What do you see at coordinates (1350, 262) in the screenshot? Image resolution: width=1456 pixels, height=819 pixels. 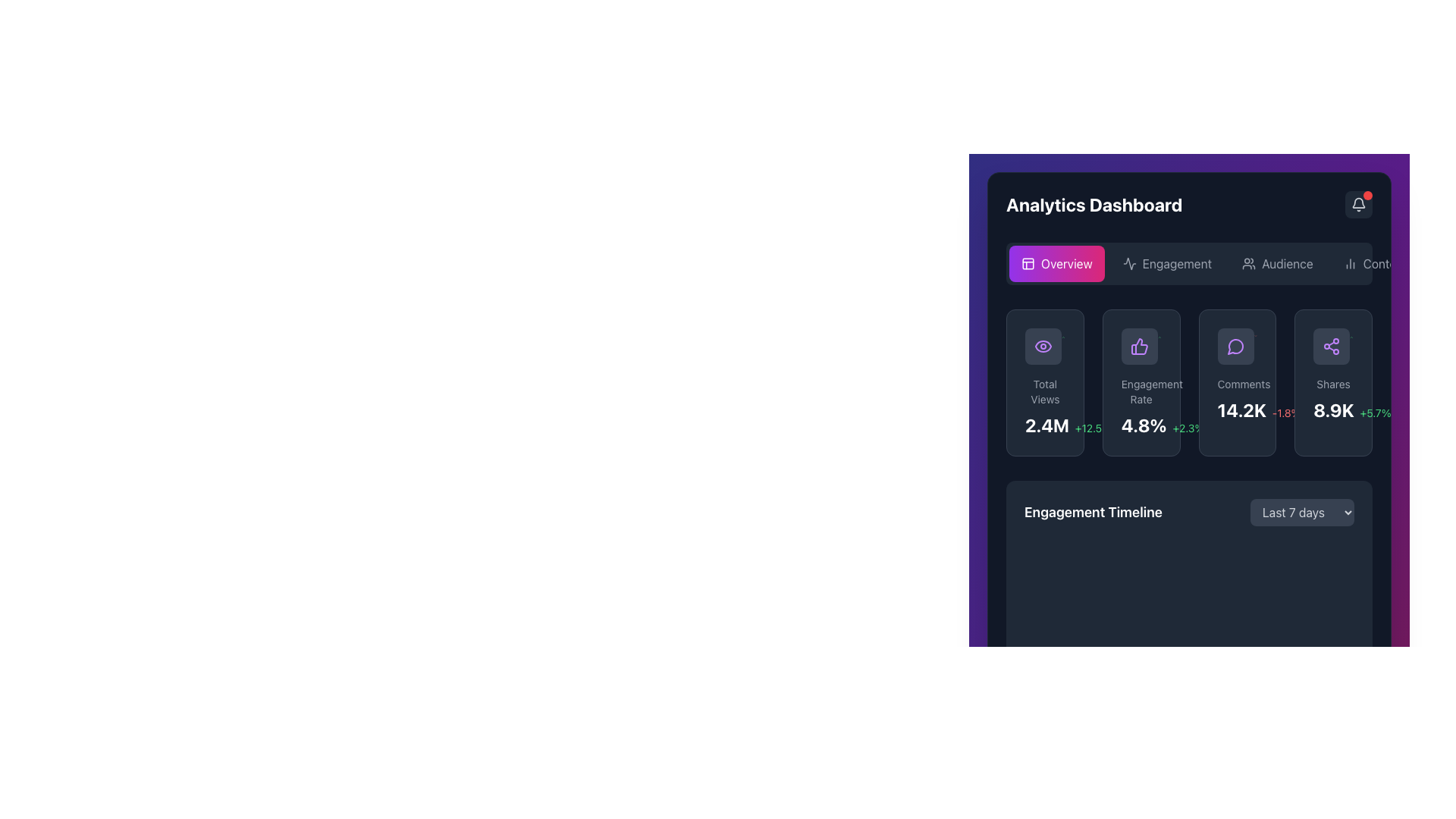 I see `the data visualization icon located in the top navigation bar, which is the last icon to the right before the 'Content' text, to interact with the linked feature or section` at bounding box center [1350, 262].